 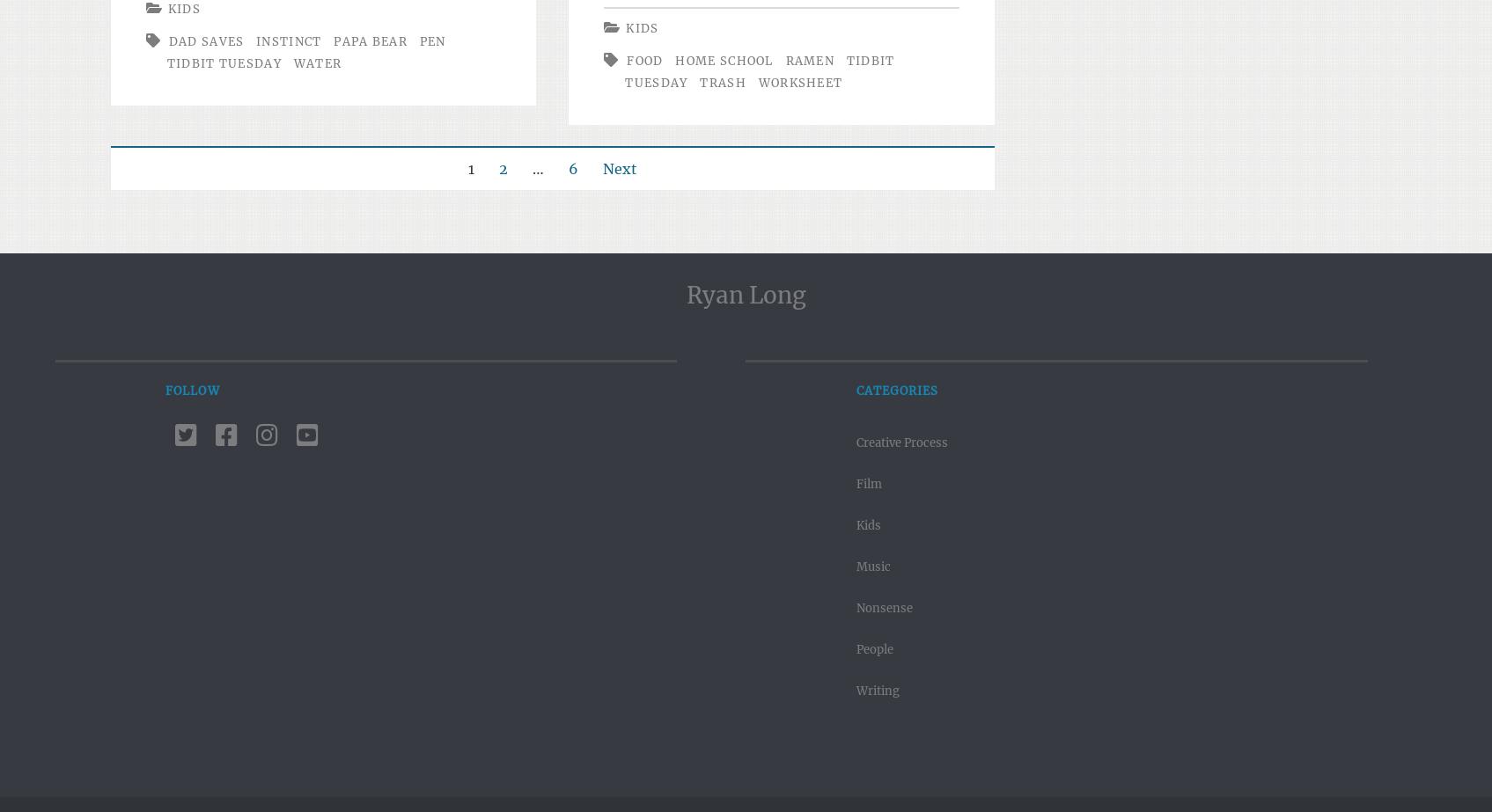 I want to click on 'Categories', so click(x=896, y=390).